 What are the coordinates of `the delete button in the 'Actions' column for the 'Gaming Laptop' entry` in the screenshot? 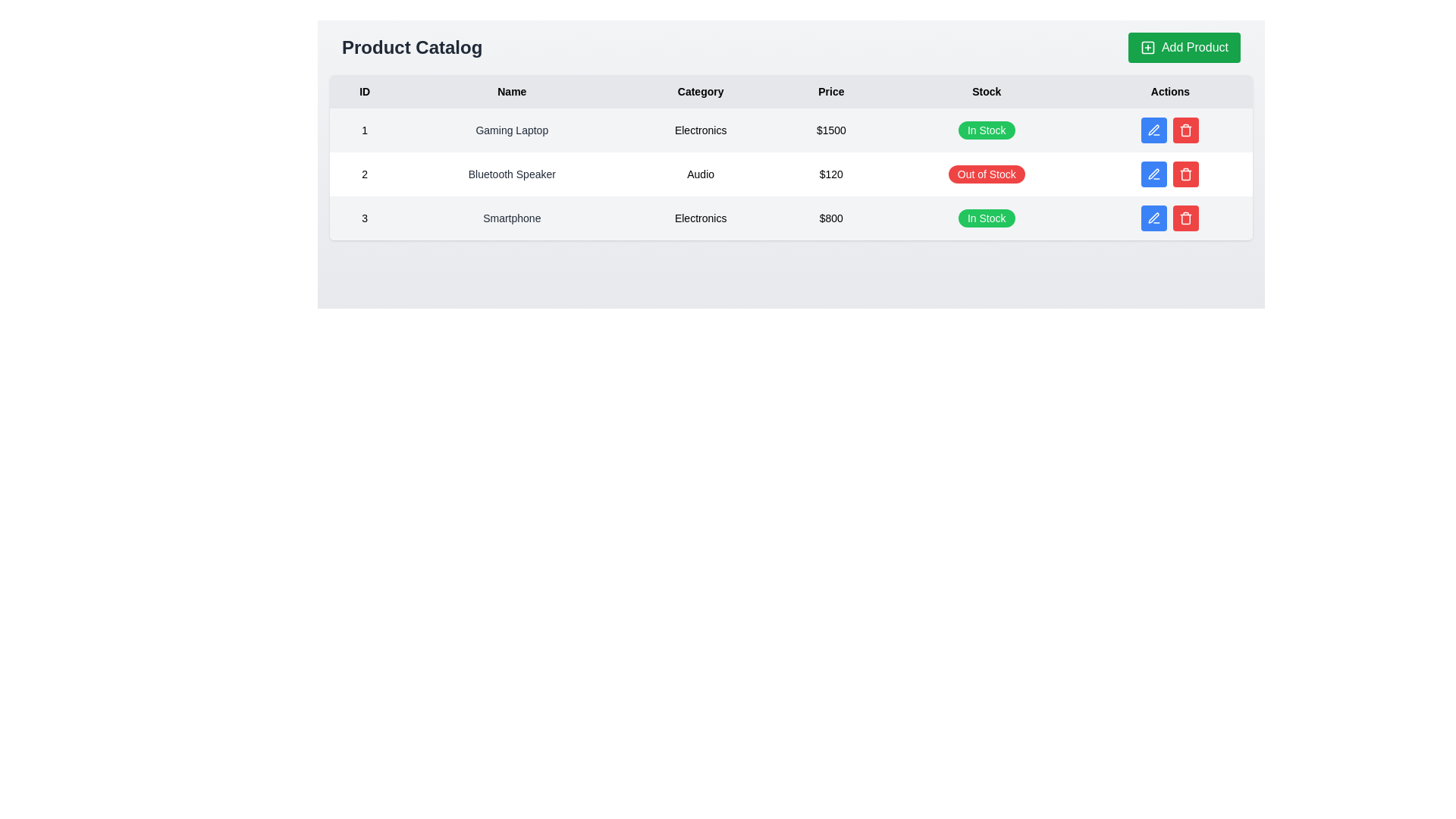 It's located at (1169, 130).